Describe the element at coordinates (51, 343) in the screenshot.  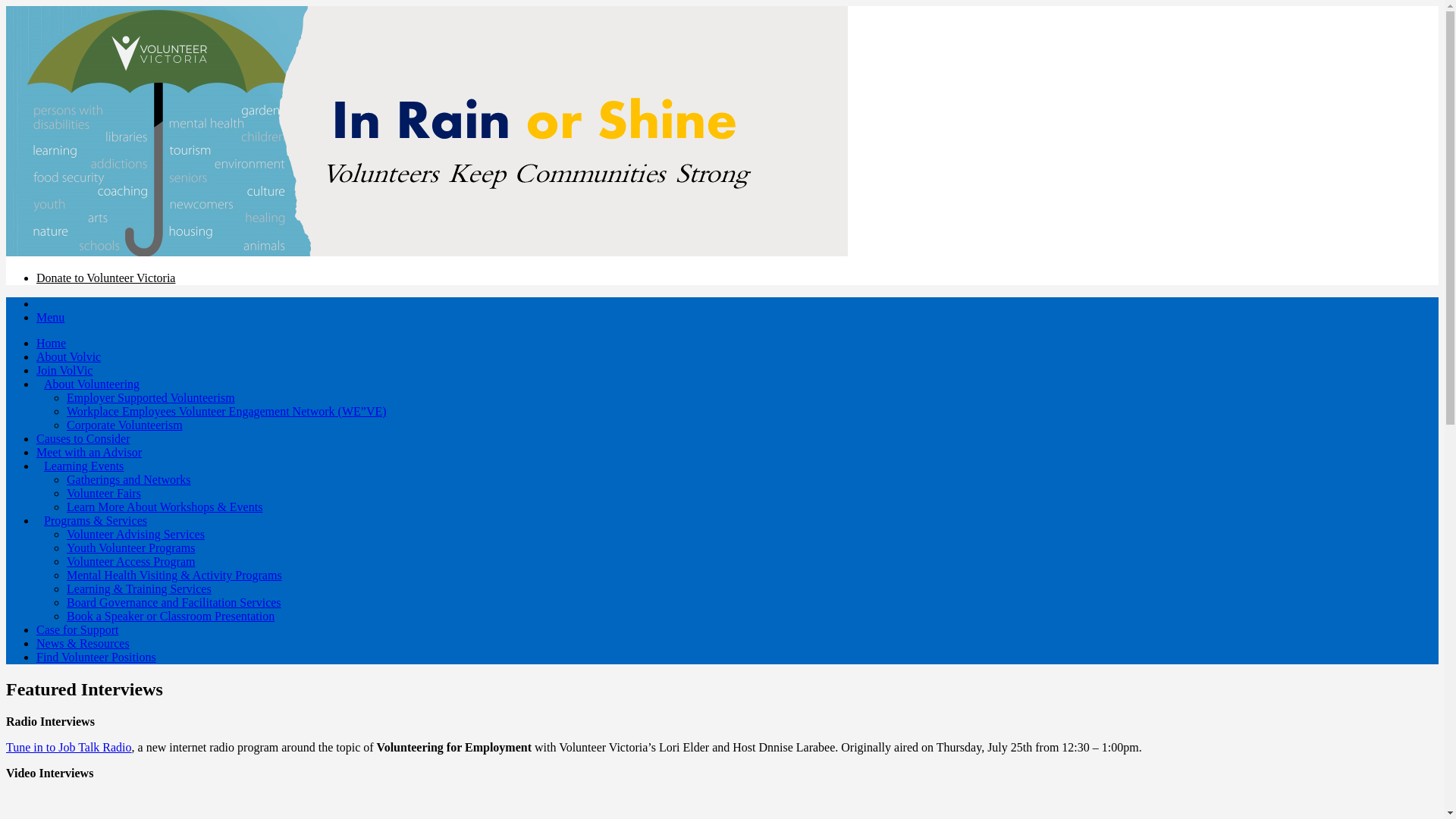
I see `'Home'` at that location.